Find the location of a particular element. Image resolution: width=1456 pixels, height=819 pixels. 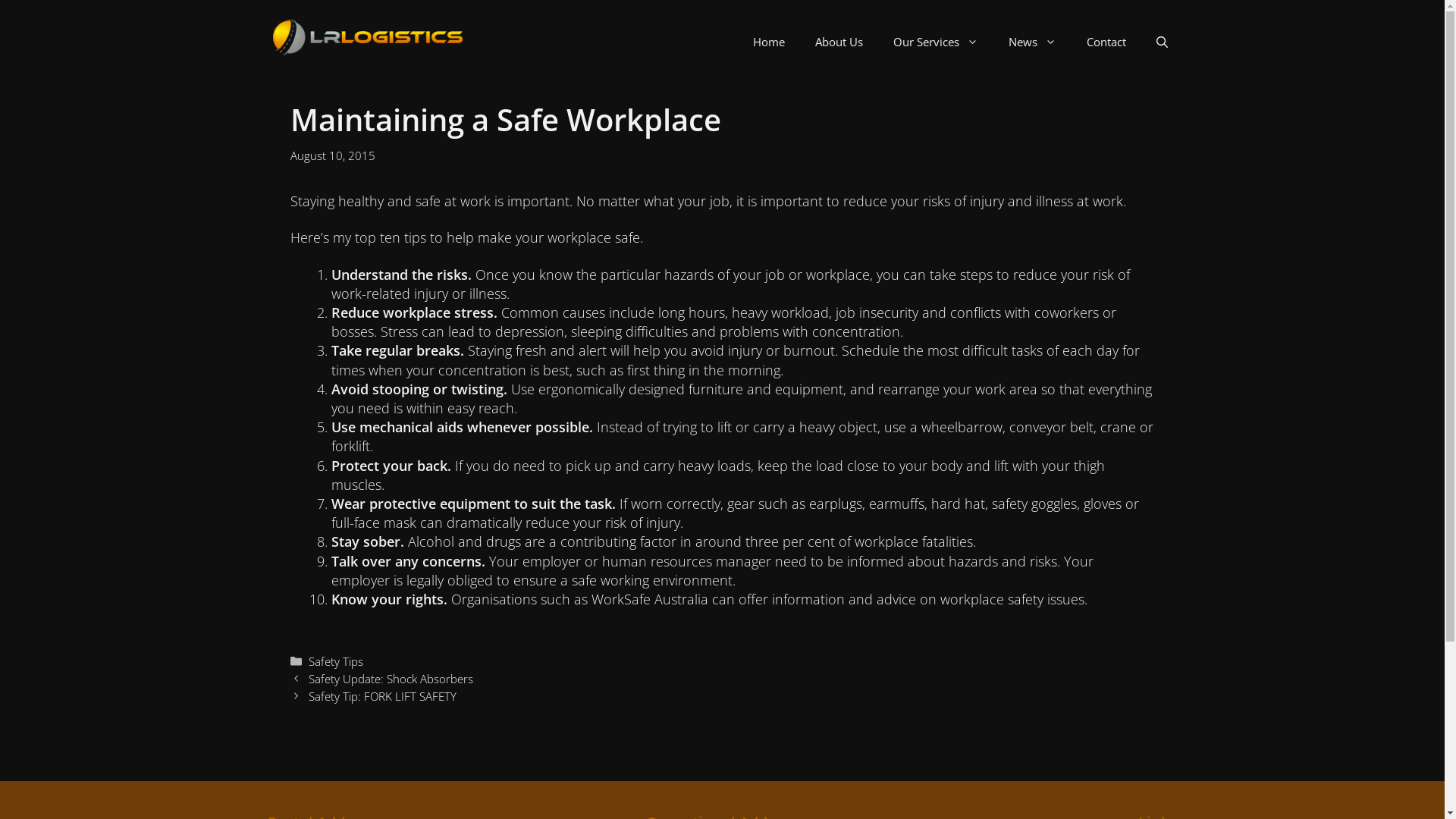

'Our Services' is located at coordinates (934, 40).